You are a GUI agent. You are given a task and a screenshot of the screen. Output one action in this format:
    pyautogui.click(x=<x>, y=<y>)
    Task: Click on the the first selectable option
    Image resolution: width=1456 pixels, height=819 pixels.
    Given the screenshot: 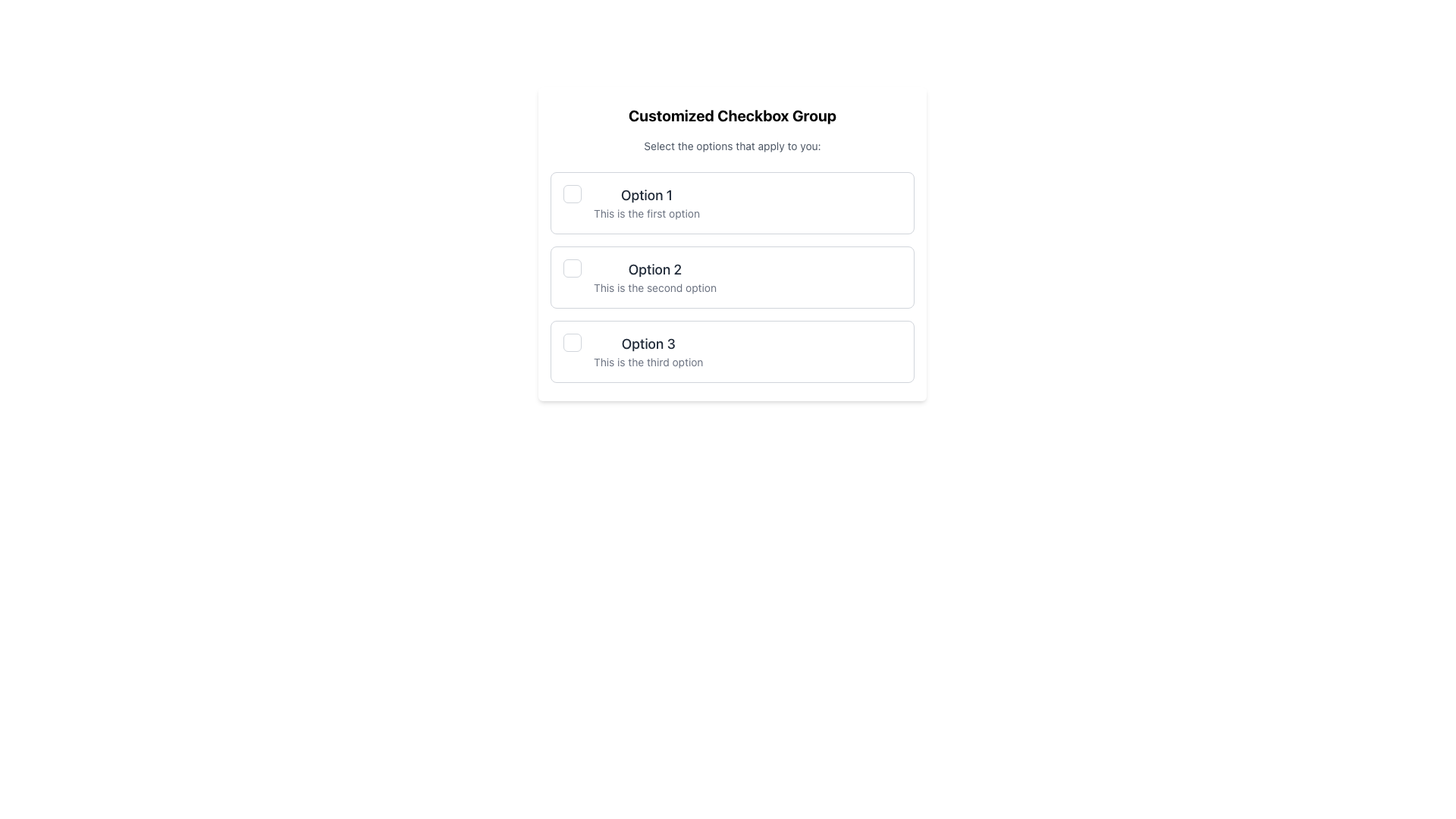 What is the action you would take?
    pyautogui.click(x=732, y=202)
    